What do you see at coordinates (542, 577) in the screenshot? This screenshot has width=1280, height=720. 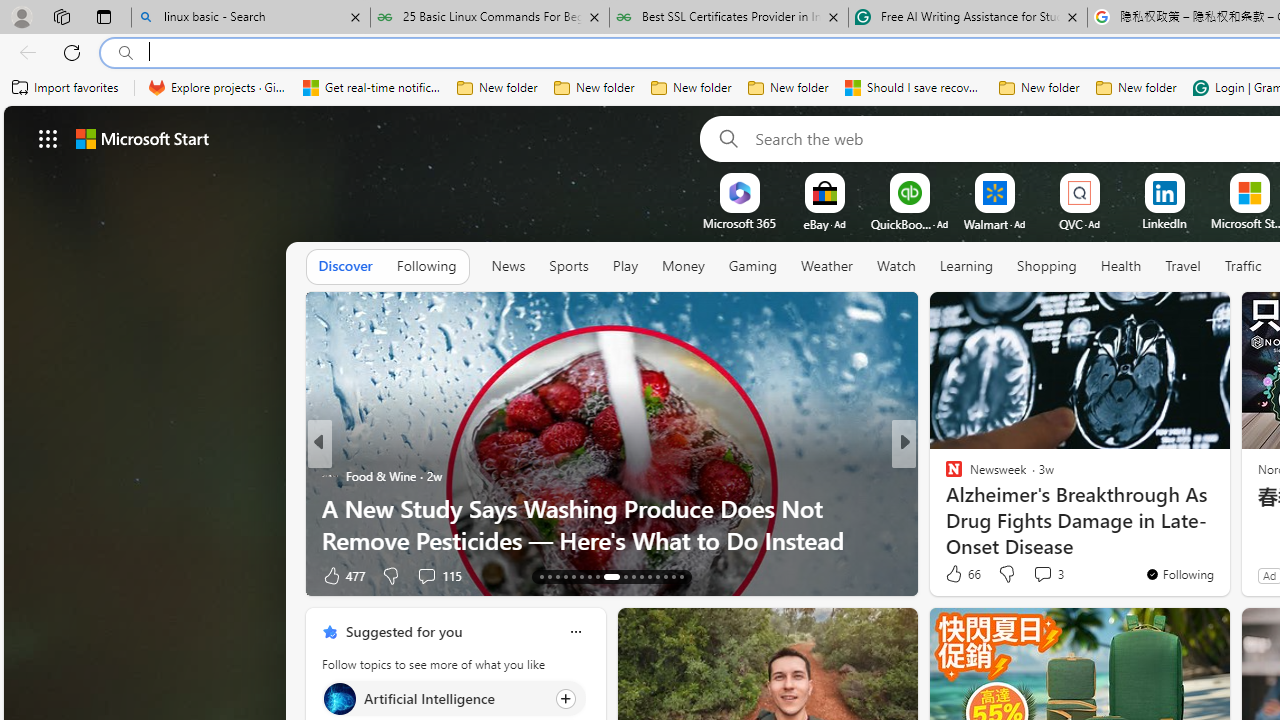 I see `'AutomationID: tab-13'` at bounding box center [542, 577].